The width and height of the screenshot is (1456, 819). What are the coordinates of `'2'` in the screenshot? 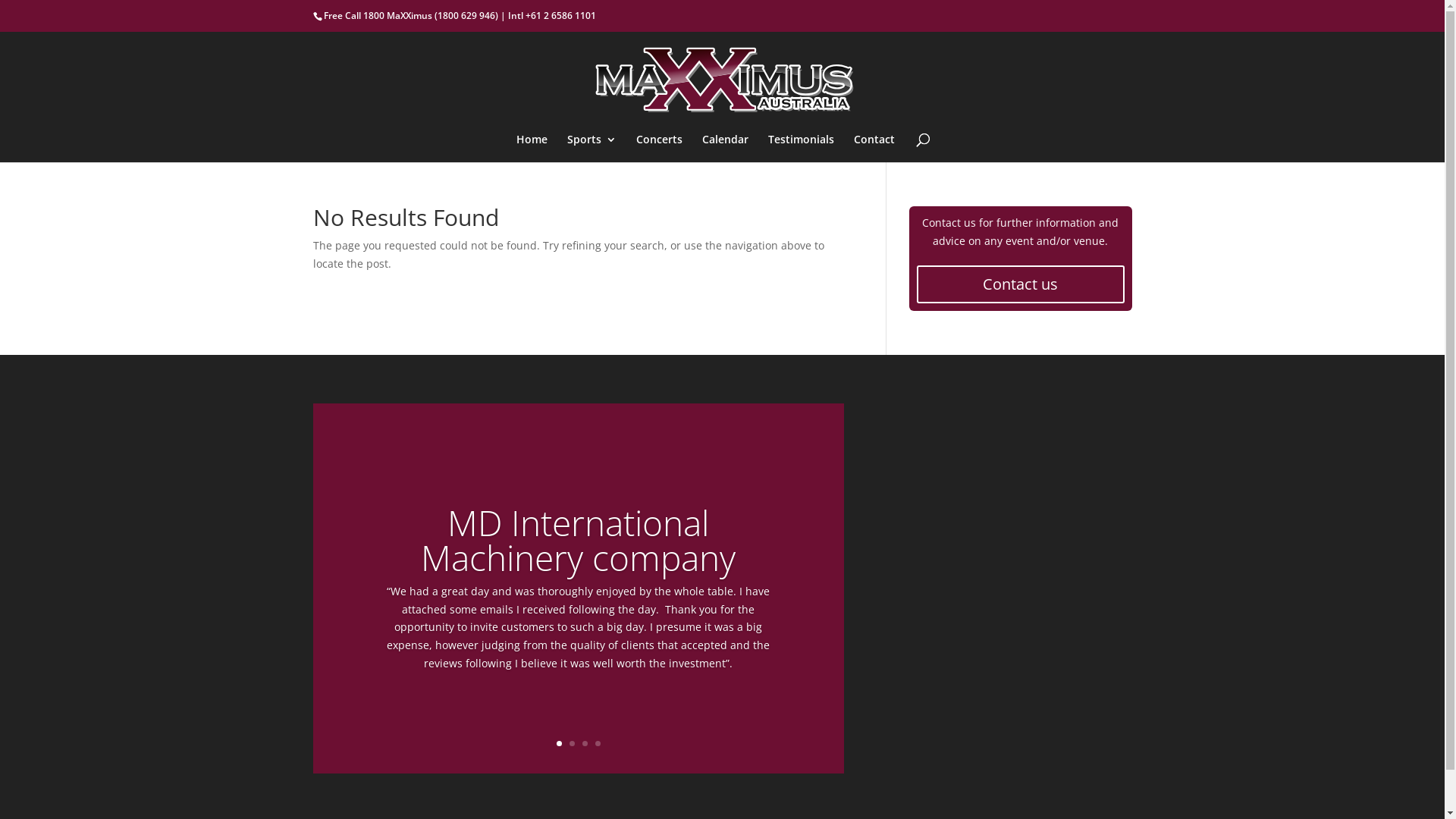 It's located at (571, 742).